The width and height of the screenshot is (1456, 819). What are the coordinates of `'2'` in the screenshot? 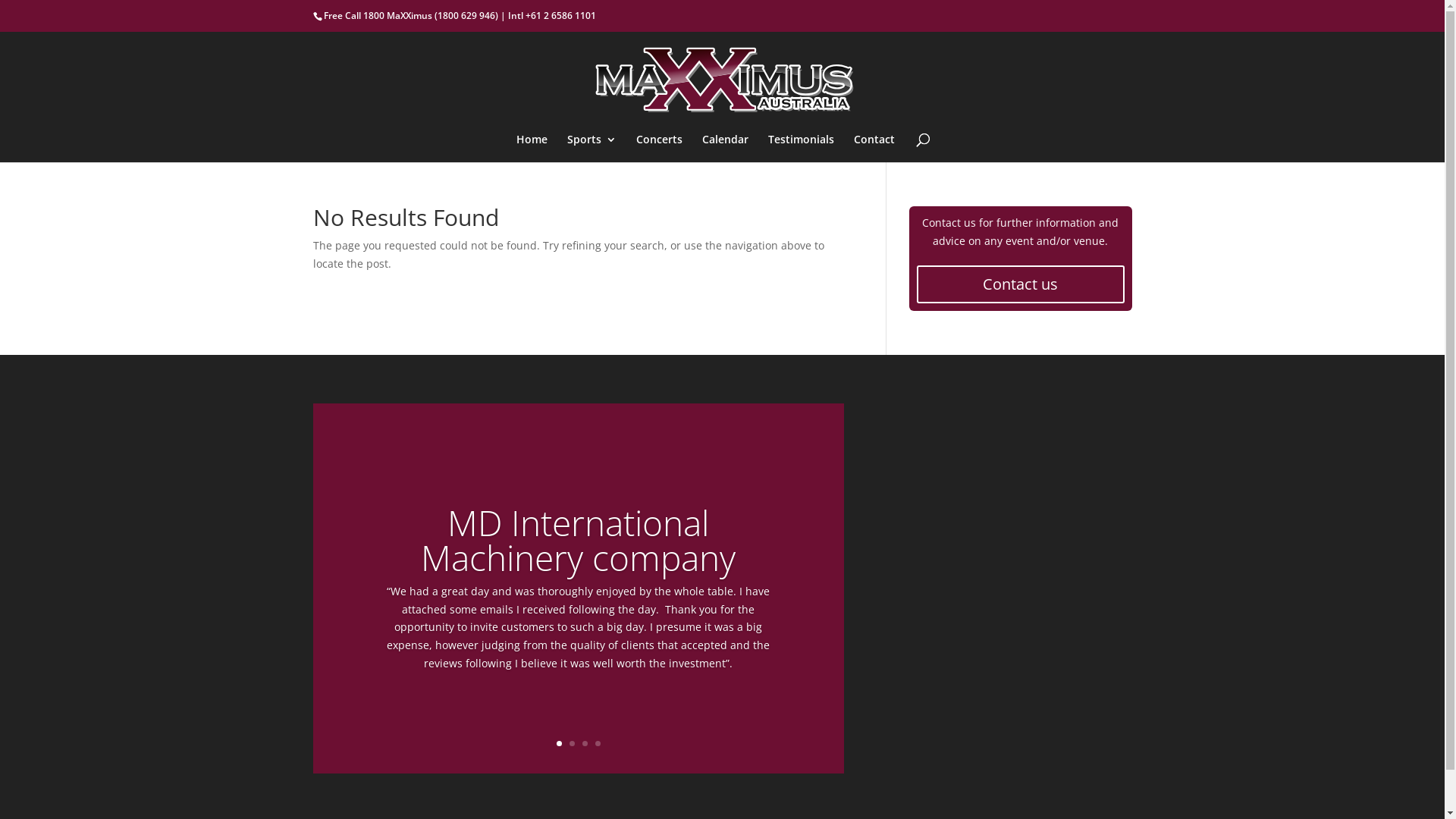 It's located at (571, 742).